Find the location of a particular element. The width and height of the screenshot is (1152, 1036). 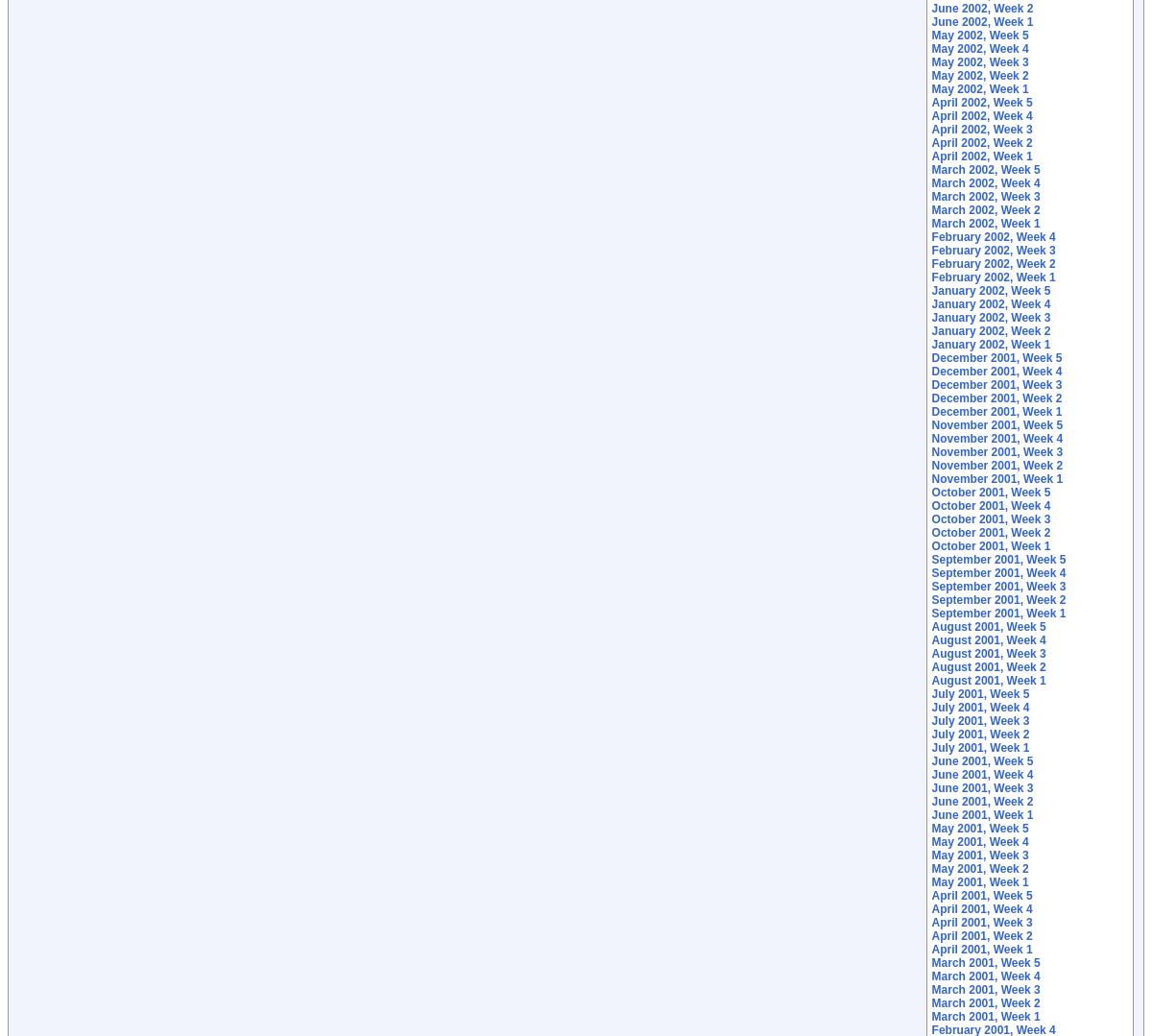

'April 2002, Week 4' is located at coordinates (981, 115).